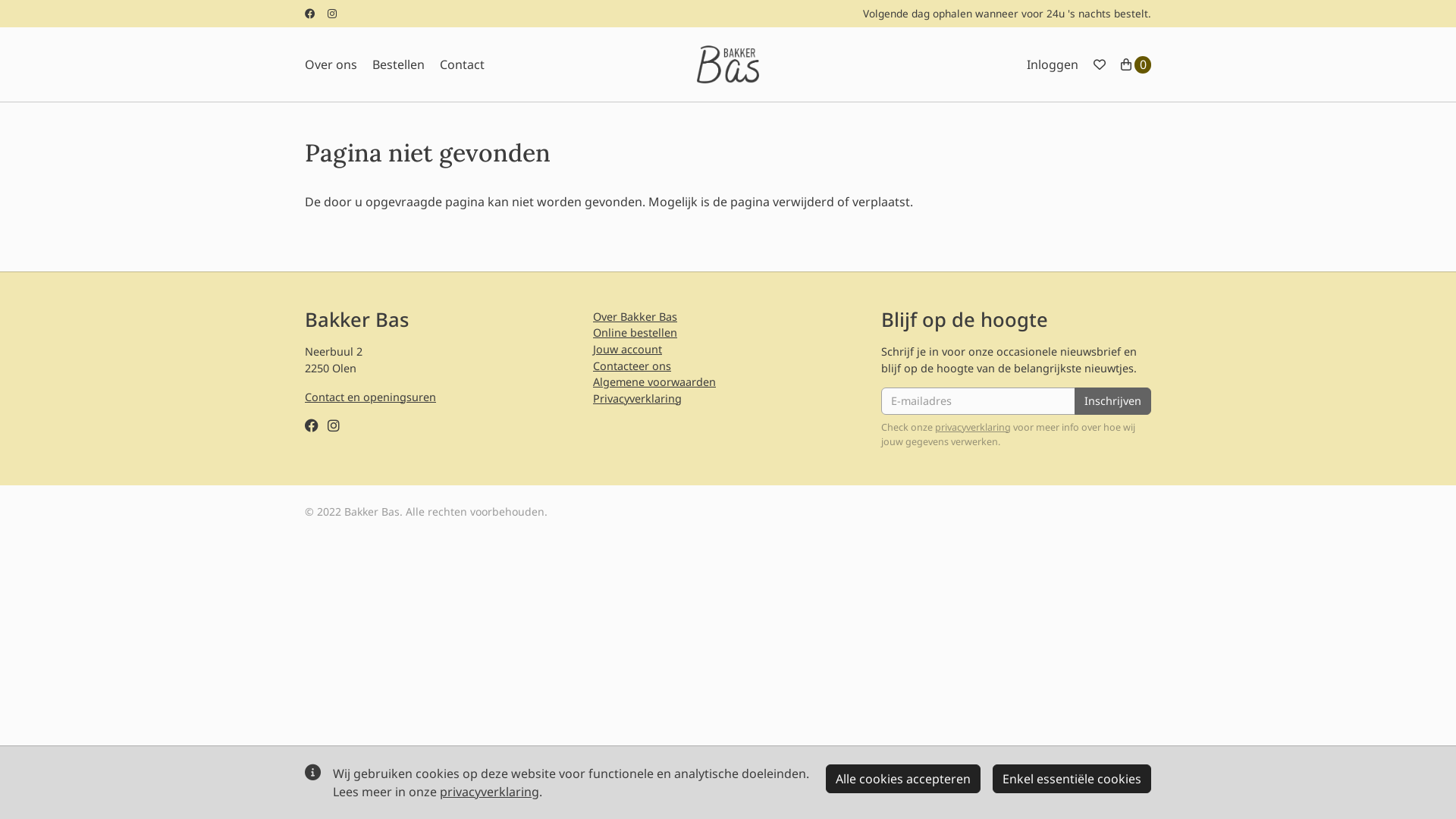  What do you see at coordinates (370, 396) in the screenshot?
I see `'Contact en openingsuren'` at bounding box center [370, 396].